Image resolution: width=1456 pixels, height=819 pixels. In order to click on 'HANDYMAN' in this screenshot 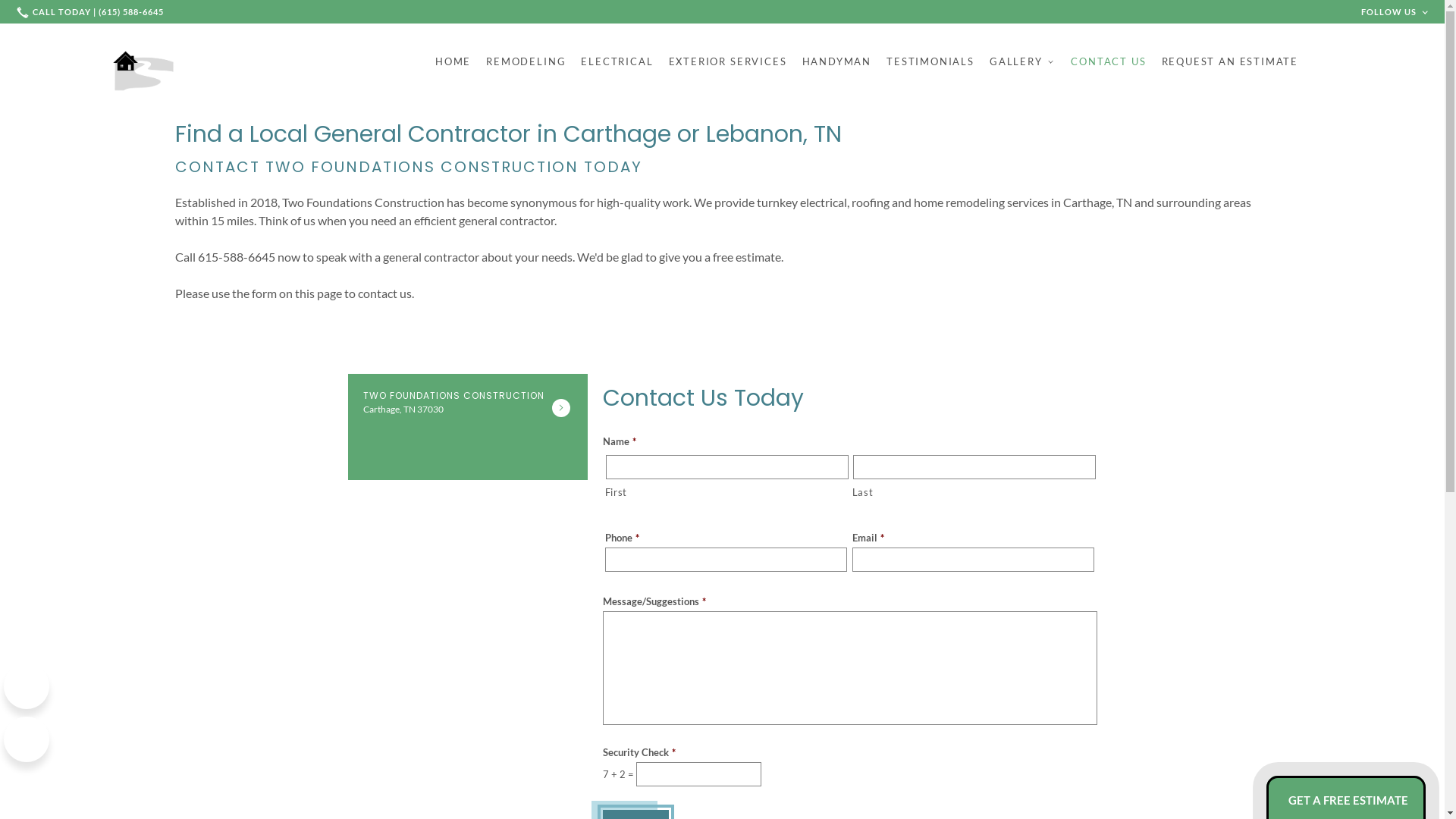, I will do `click(801, 61)`.